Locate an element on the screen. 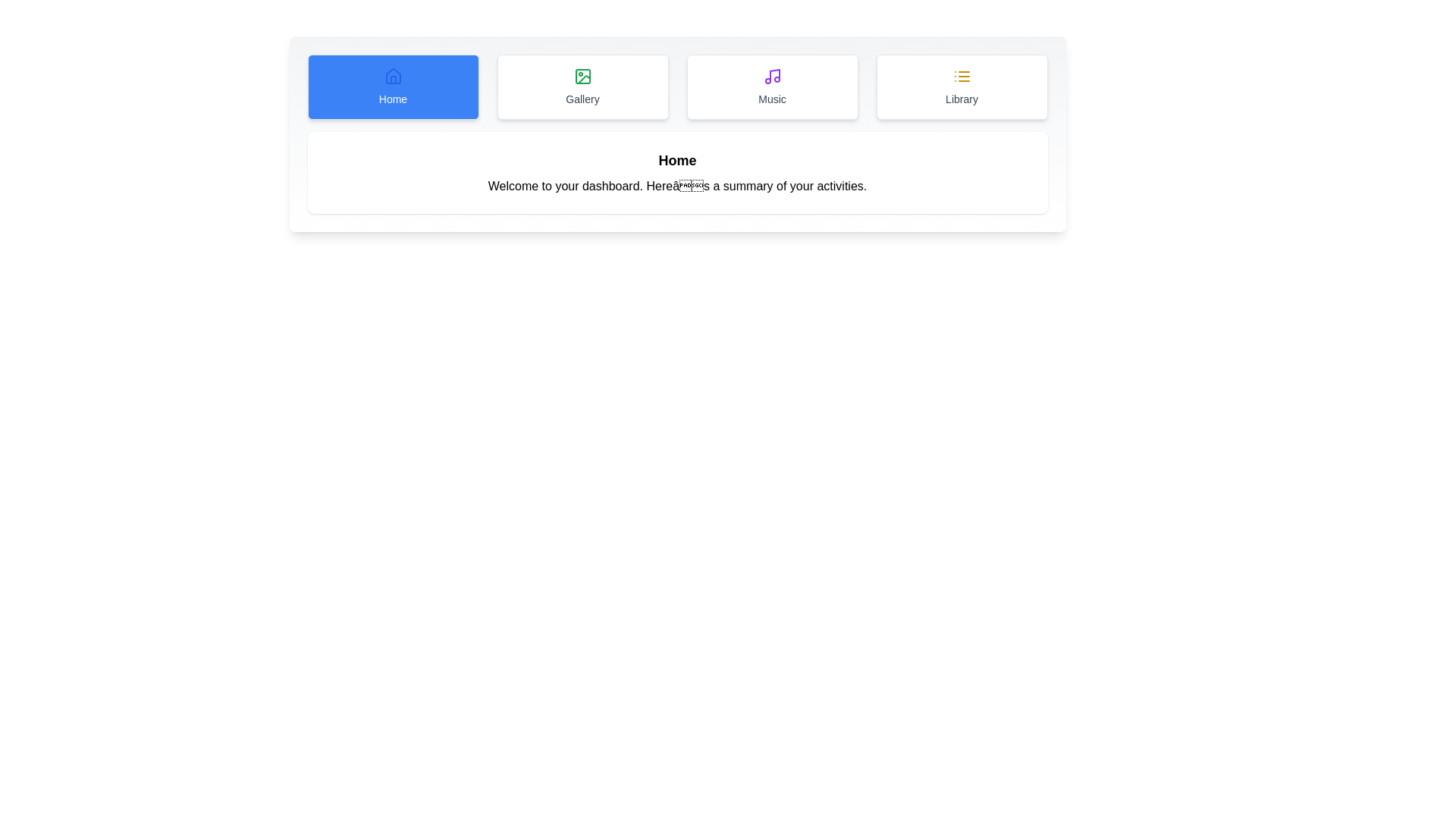 Image resolution: width=1456 pixels, height=819 pixels. the Gallery tab to switch to it is located at coordinates (582, 87).